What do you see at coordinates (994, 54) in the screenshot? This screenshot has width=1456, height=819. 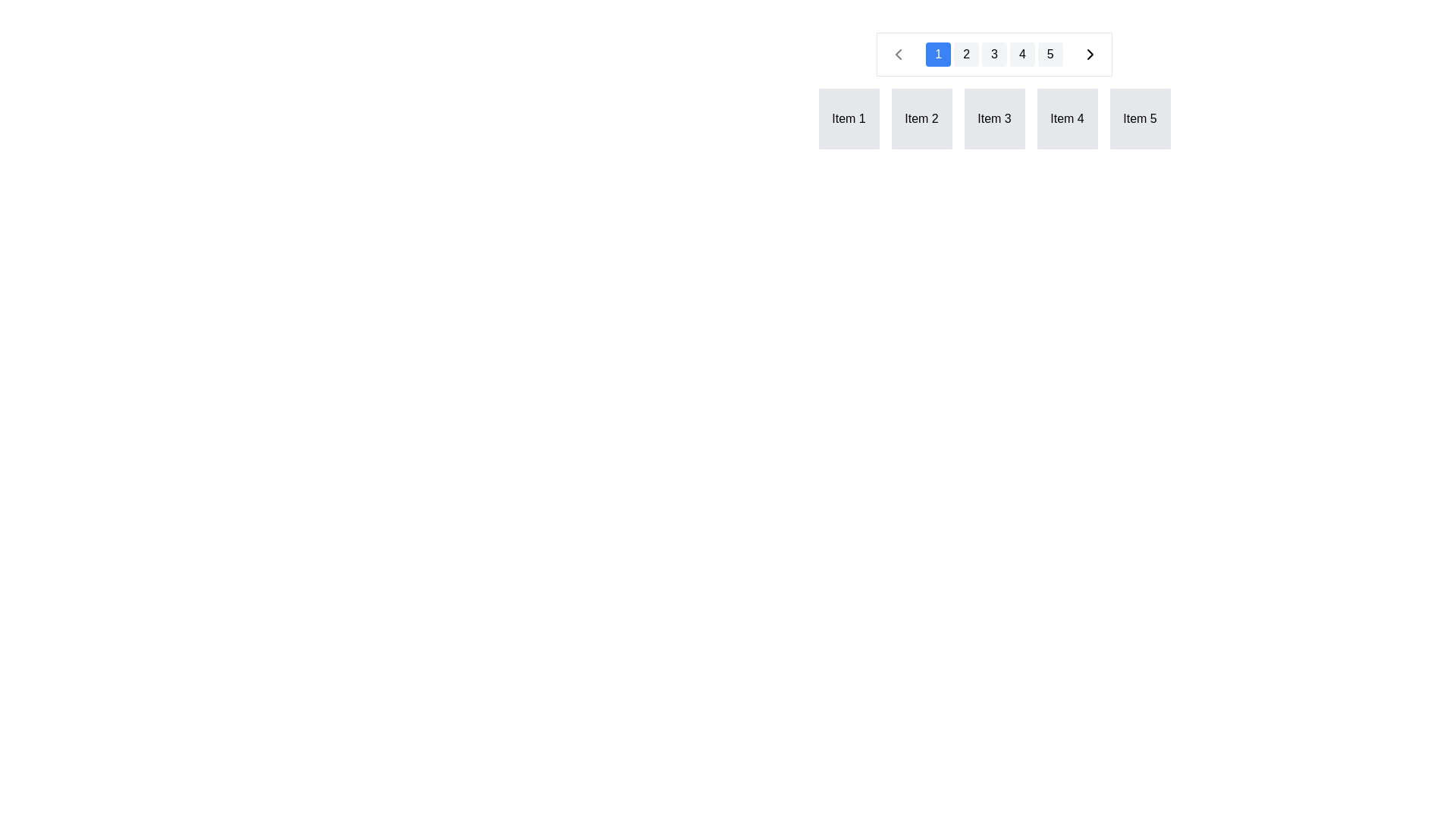 I see `the pagination button, which is the third button from the left in a row of five buttons, to trigger the hover effect` at bounding box center [994, 54].